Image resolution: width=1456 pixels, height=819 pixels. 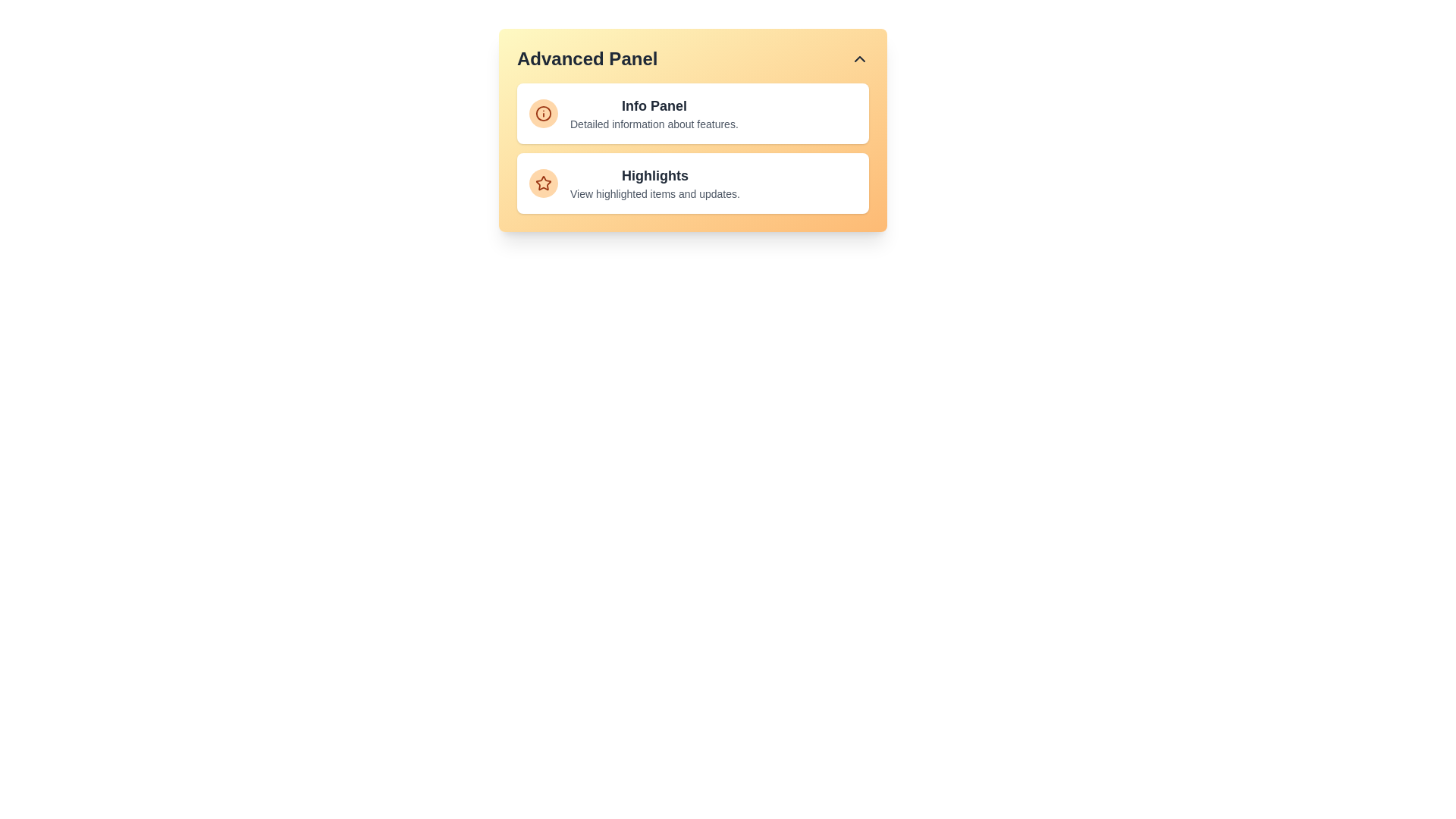 What do you see at coordinates (543, 183) in the screenshot?
I see `the icon corresponding to Highlights` at bounding box center [543, 183].